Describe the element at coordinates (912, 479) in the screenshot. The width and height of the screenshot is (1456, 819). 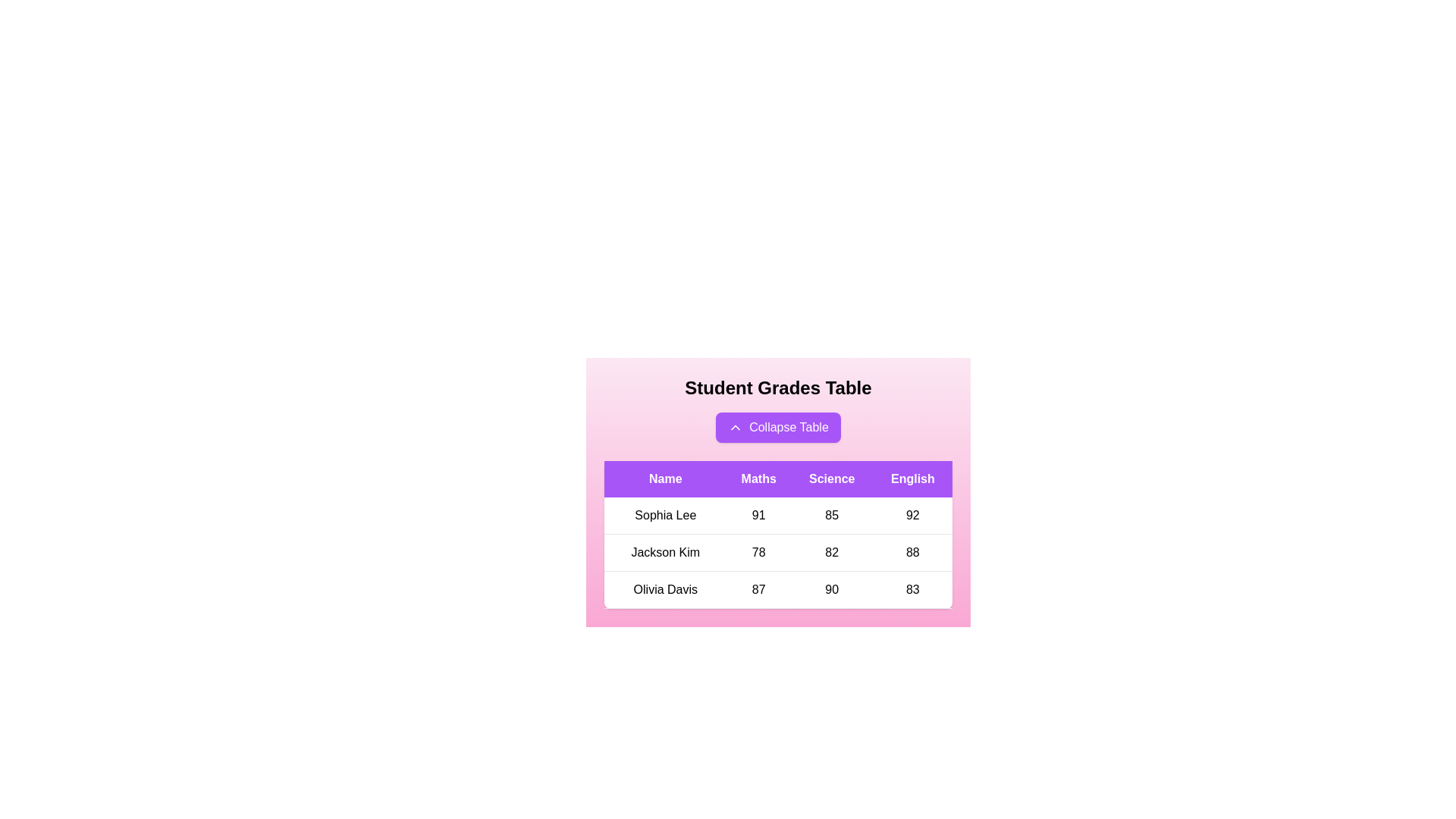
I see `the header English to sort the table by that column` at that location.